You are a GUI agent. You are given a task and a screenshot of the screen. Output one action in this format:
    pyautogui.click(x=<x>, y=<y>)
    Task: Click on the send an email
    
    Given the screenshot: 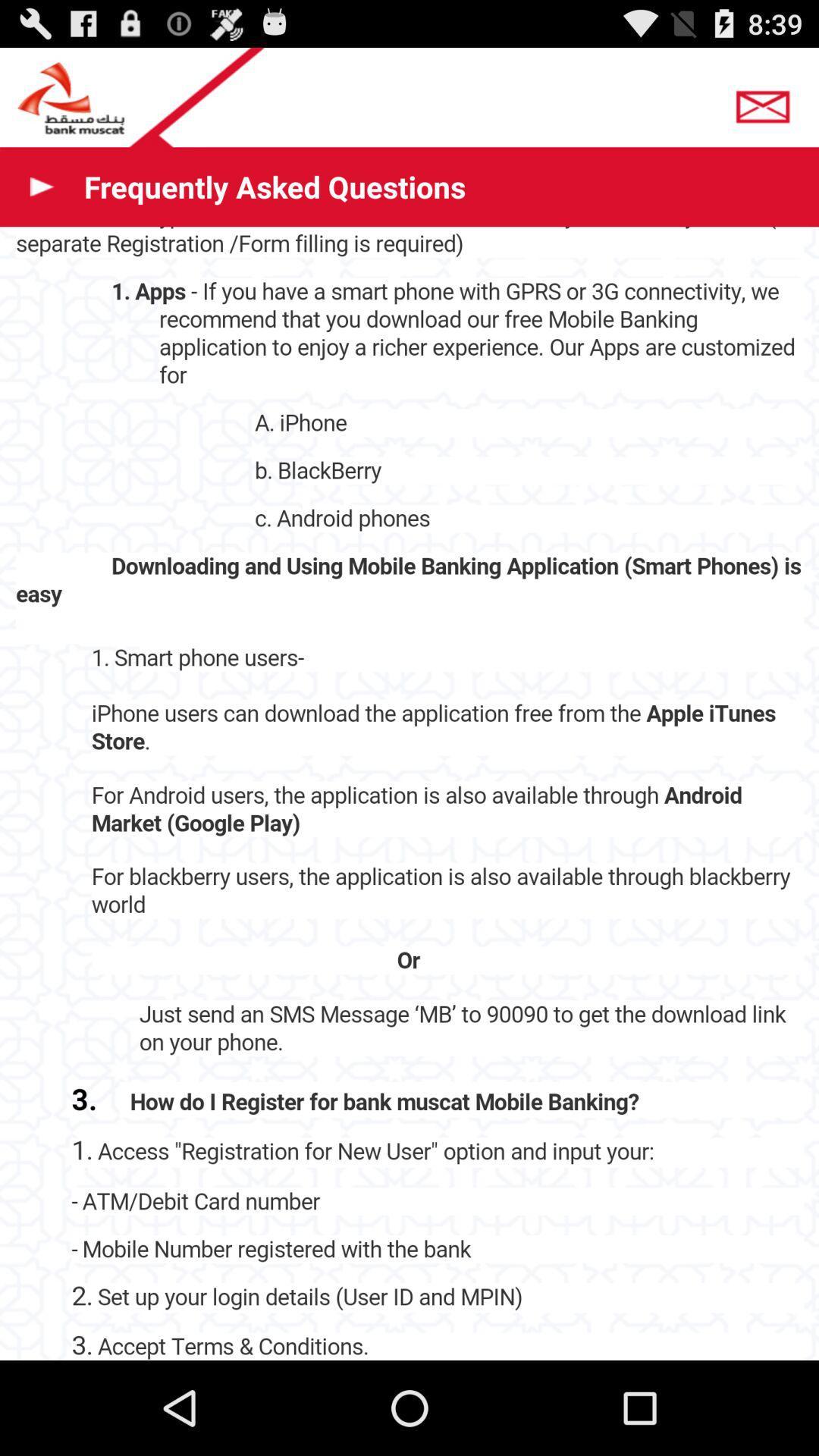 What is the action you would take?
    pyautogui.click(x=767, y=101)
    